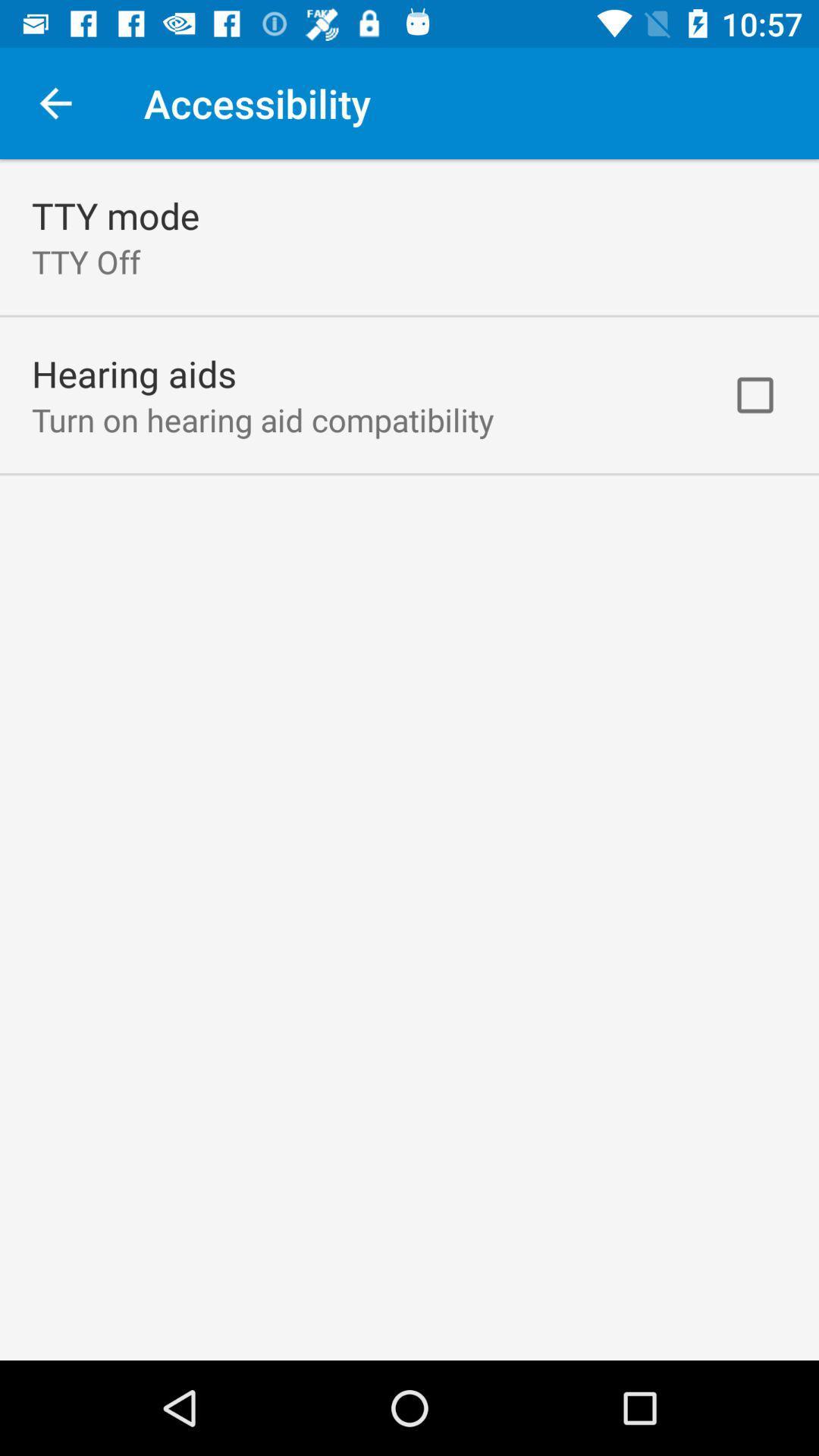 The width and height of the screenshot is (819, 1456). I want to click on hearing aids, so click(133, 373).